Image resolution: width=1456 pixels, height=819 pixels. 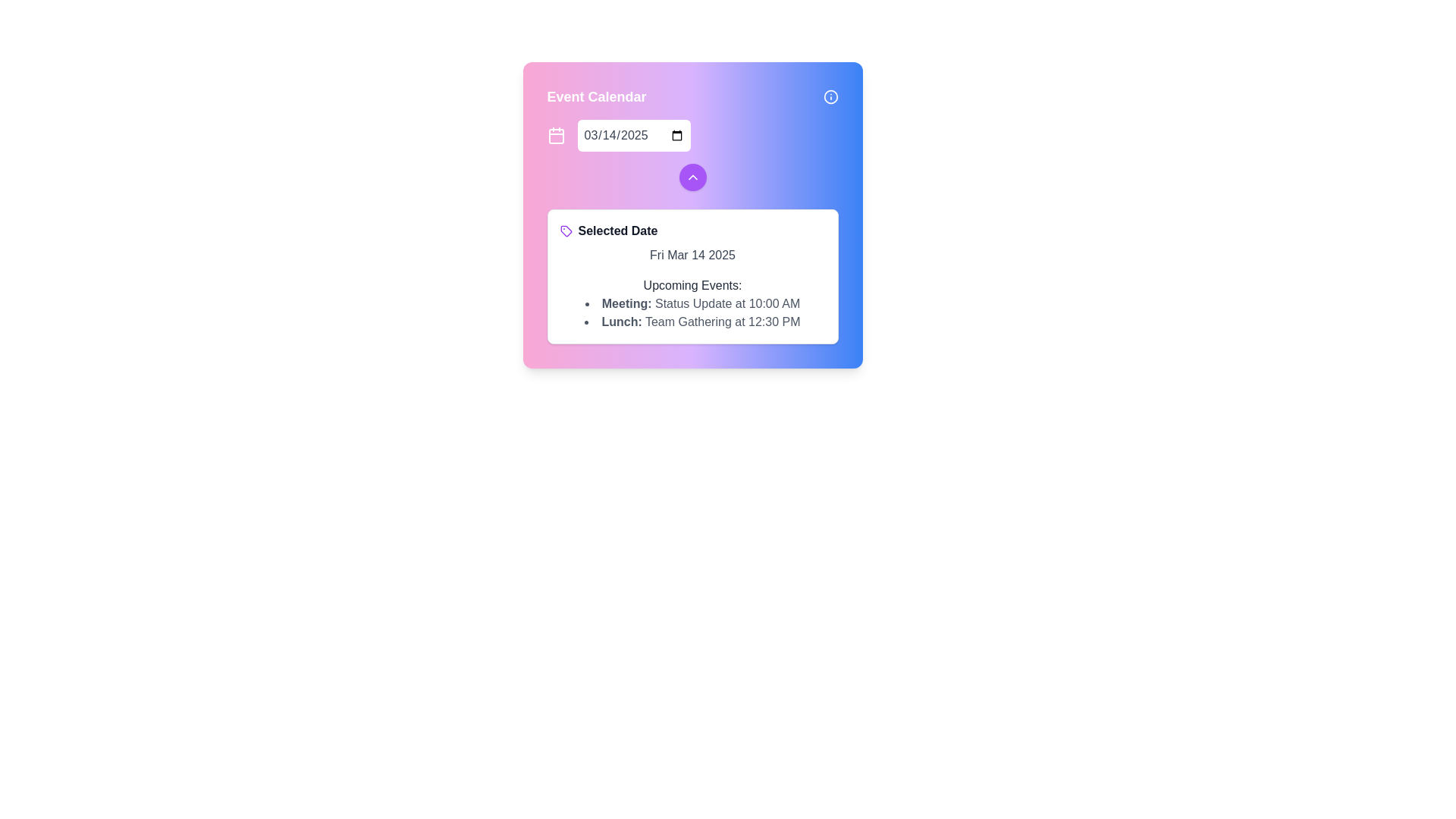 What do you see at coordinates (692, 312) in the screenshot?
I see `the bulleted list containing 'Meeting: Status Update at 10:00 AM' and 'Lunch: Team Gathering at 12:30 PM', which is located under the heading 'Upcoming Events:' on the card interface` at bounding box center [692, 312].